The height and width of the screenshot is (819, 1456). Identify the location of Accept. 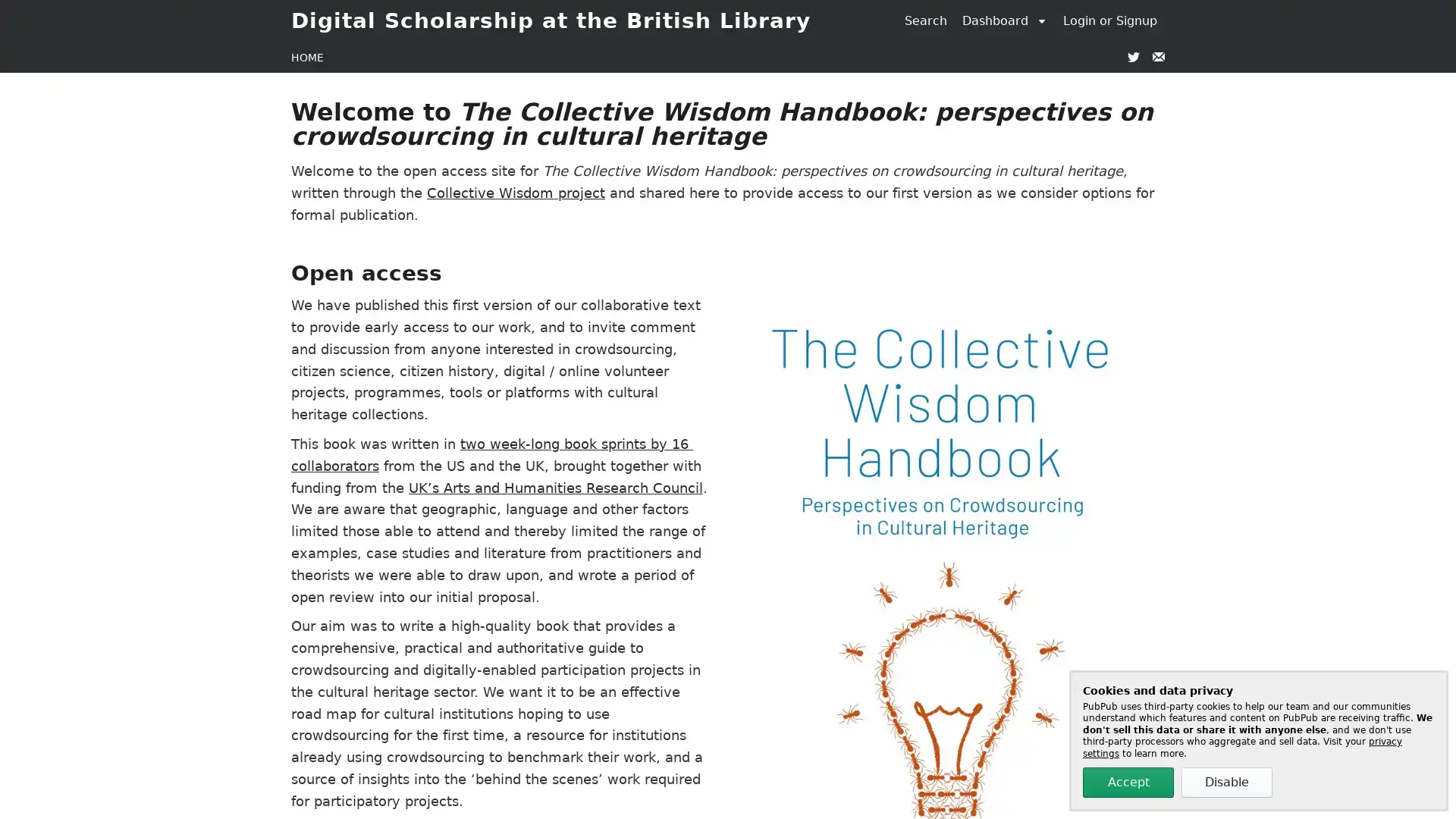
(1128, 783).